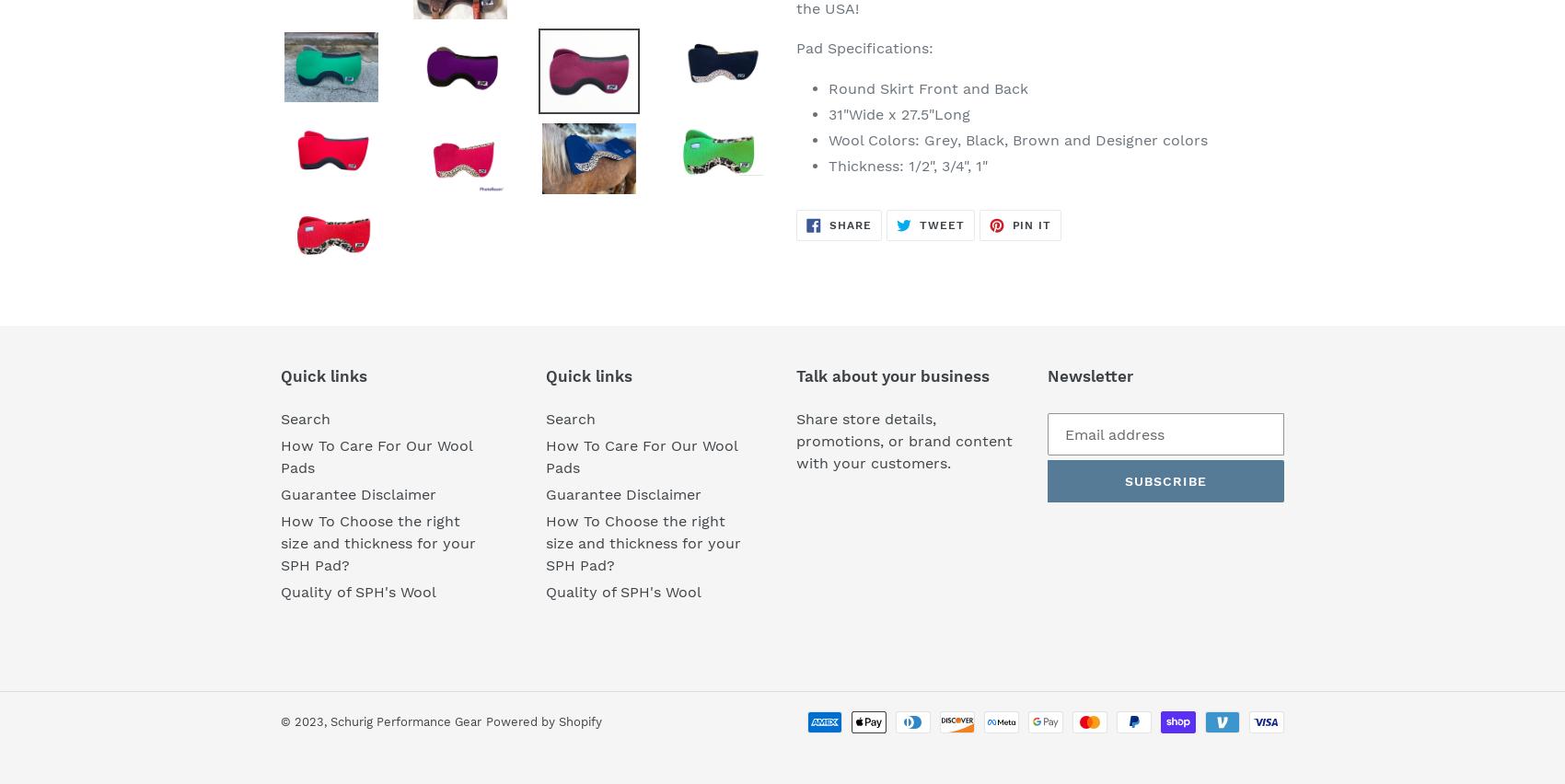 The height and width of the screenshot is (784, 1565). I want to click on 'Subscribe', so click(1122, 479).